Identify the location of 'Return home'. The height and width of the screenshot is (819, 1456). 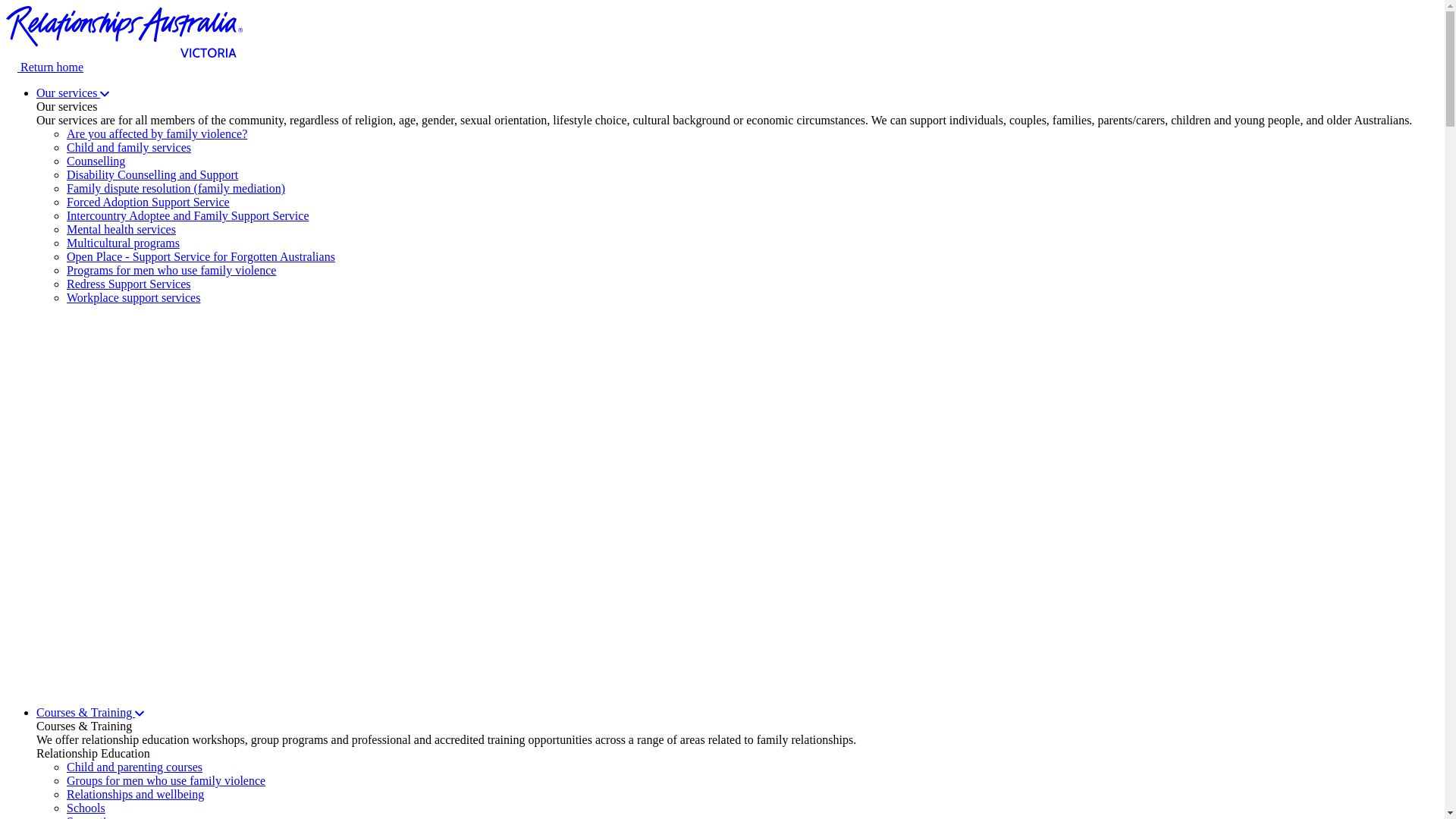
(721, 60).